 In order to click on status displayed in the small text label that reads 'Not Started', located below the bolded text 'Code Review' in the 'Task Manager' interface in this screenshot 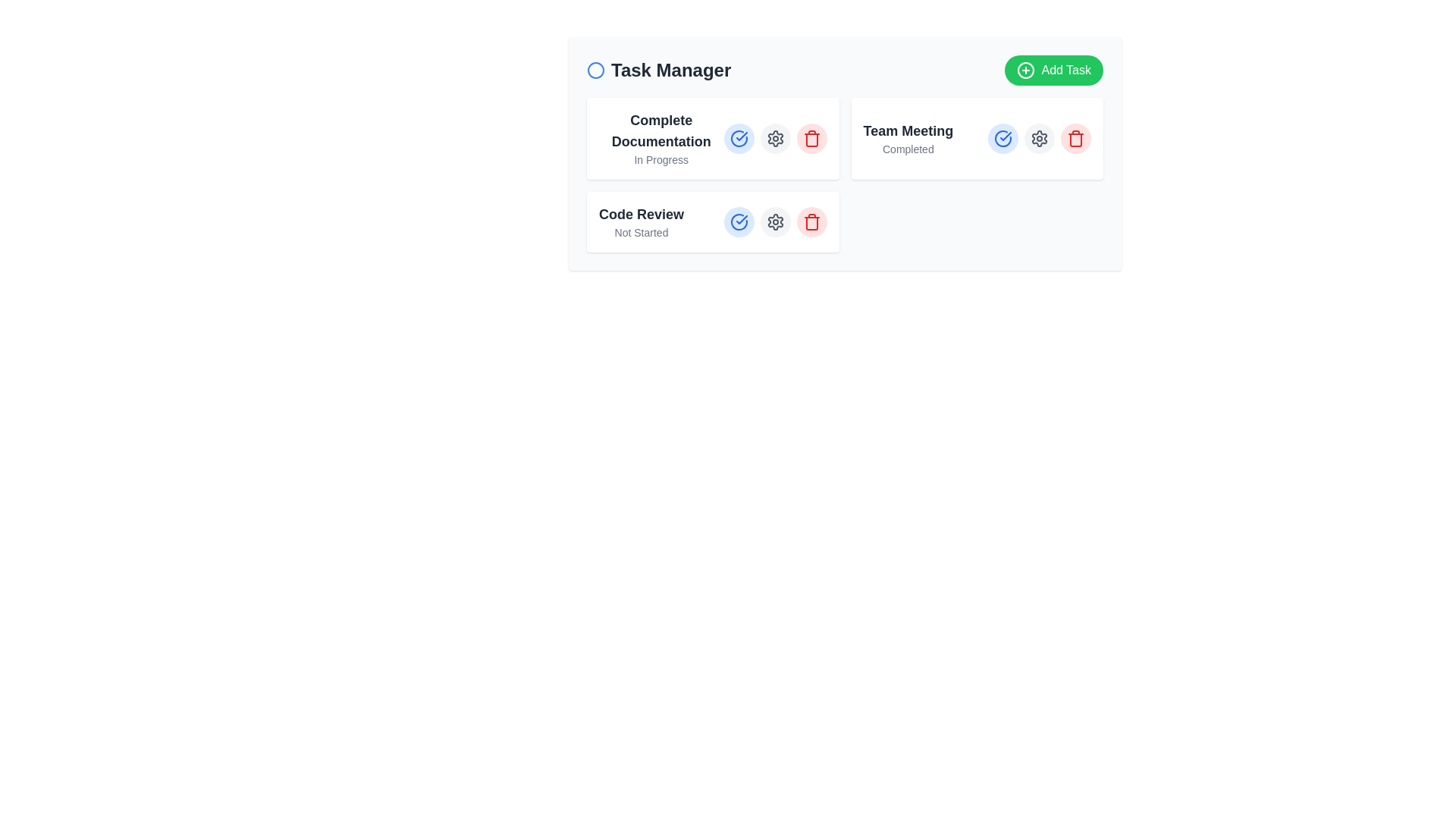, I will do `click(641, 233)`.